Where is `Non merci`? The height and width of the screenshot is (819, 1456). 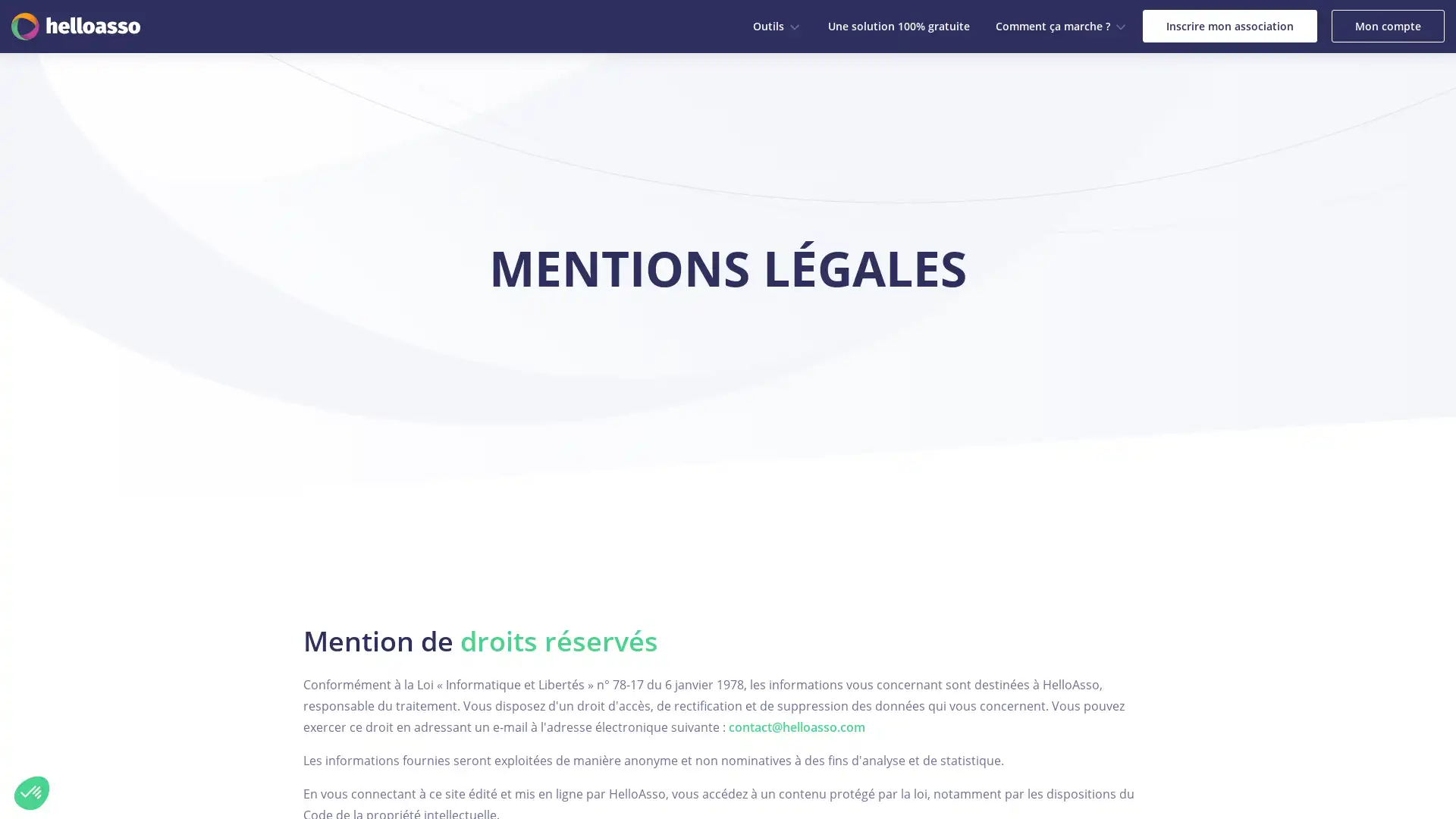
Non merci is located at coordinates (67, 742).